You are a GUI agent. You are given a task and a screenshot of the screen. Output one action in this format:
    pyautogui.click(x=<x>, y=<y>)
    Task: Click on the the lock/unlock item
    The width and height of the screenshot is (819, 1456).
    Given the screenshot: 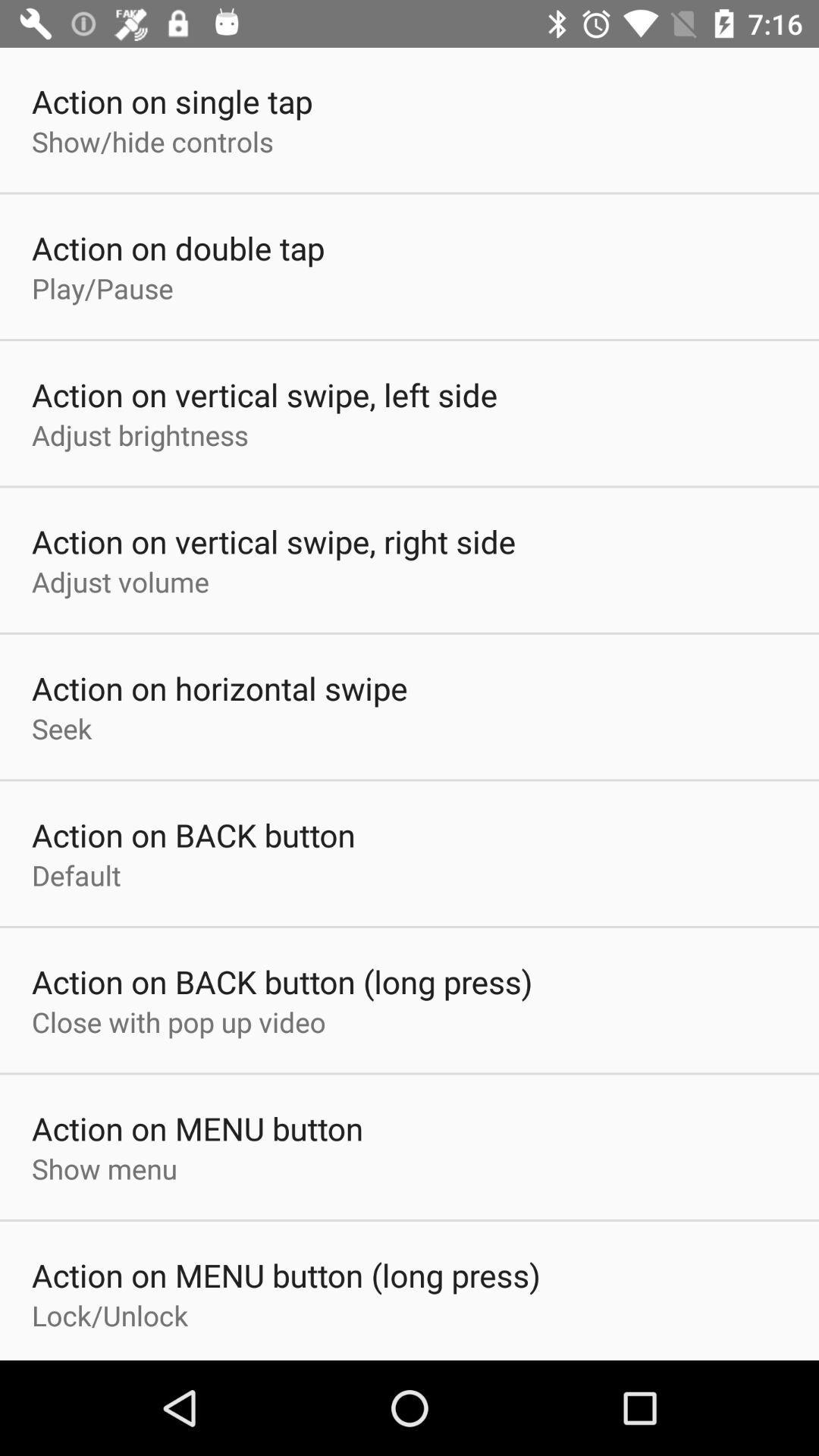 What is the action you would take?
    pyautogui.click(x=109, y=1314)
    